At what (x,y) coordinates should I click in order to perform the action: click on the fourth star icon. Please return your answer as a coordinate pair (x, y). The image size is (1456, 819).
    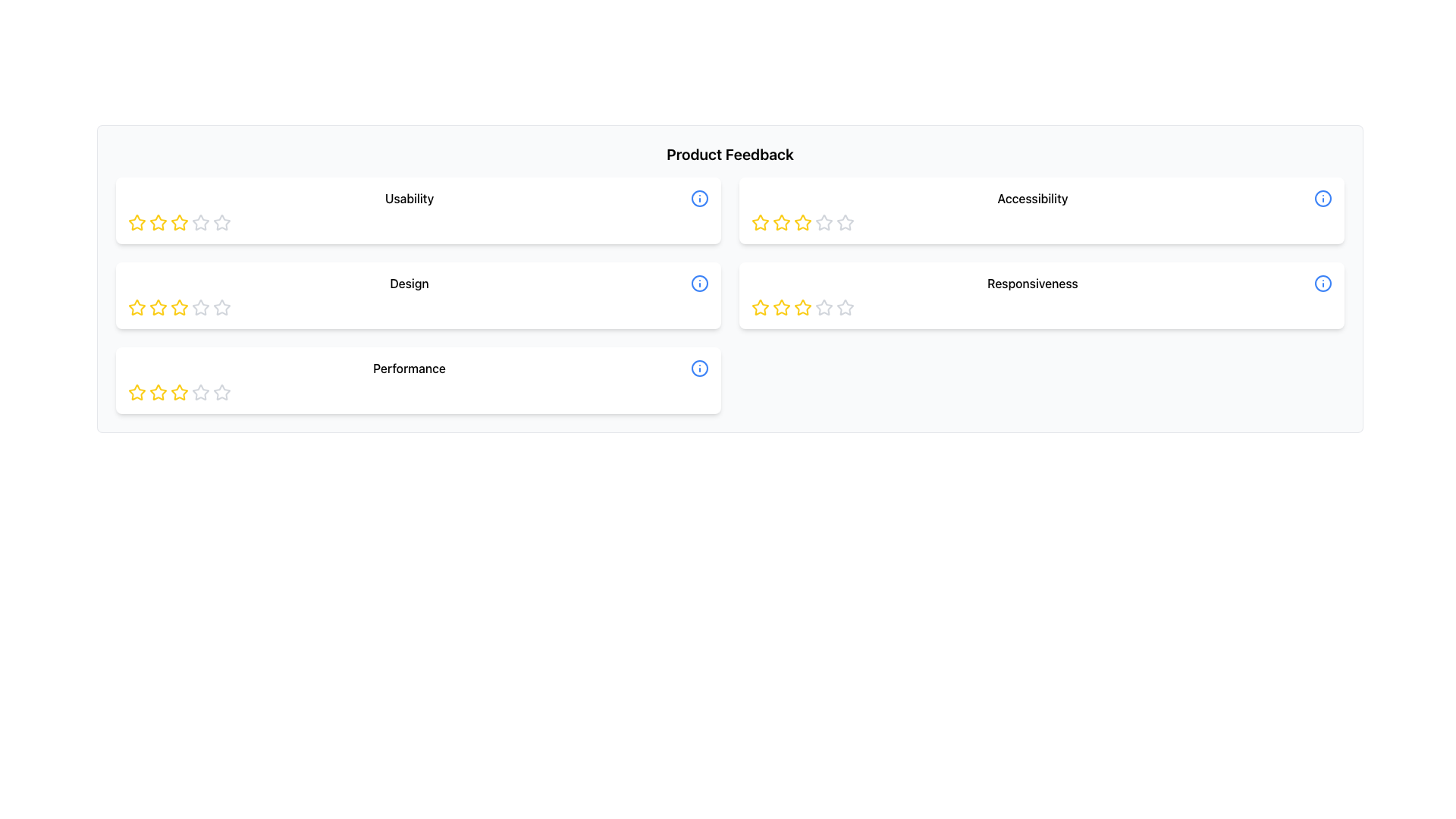
    Looking at the image, I should click on (844, 307).